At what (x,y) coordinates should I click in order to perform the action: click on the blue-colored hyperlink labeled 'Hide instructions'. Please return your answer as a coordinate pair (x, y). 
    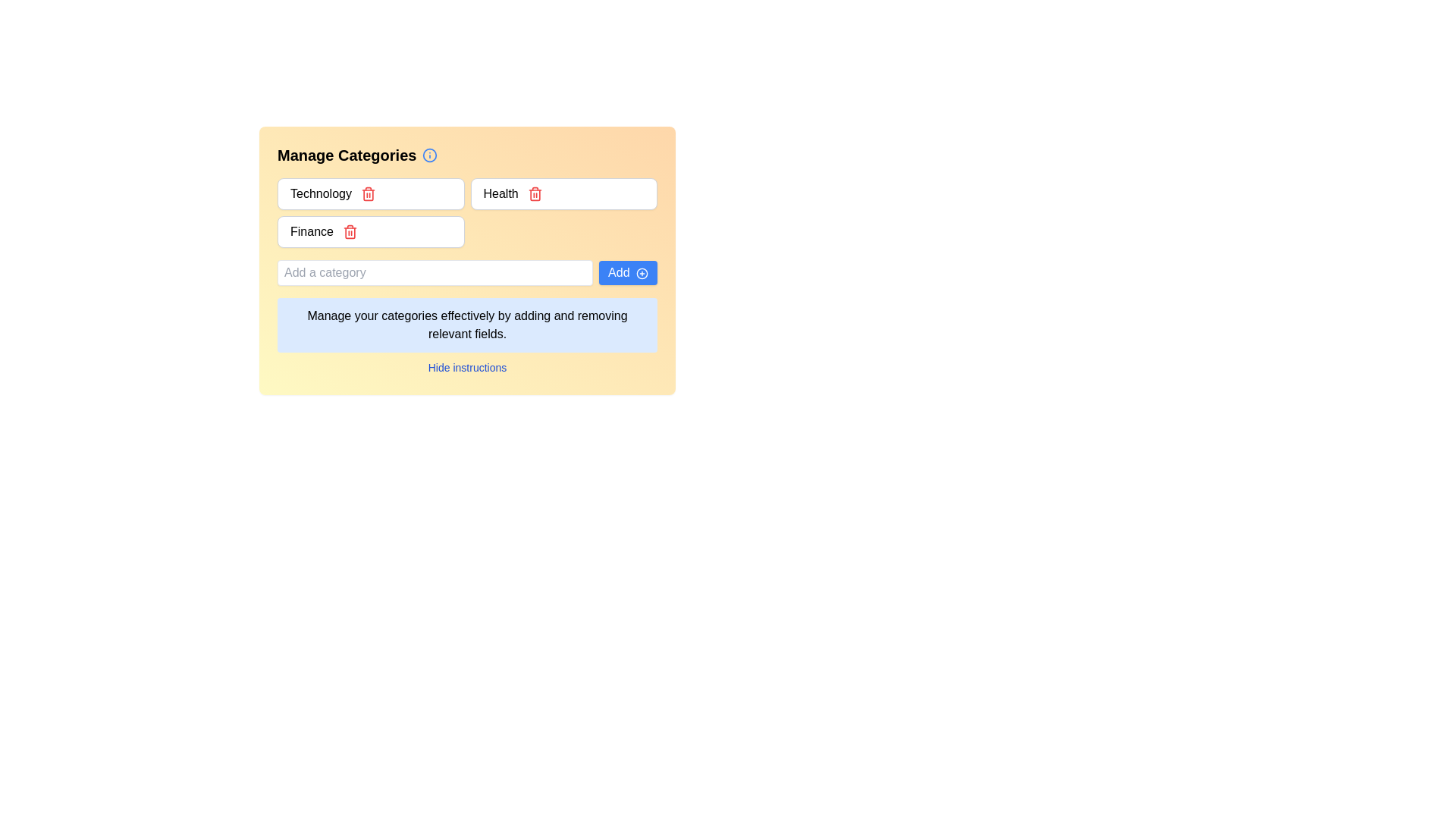
    Looking at the image, I should click on (466, 368).